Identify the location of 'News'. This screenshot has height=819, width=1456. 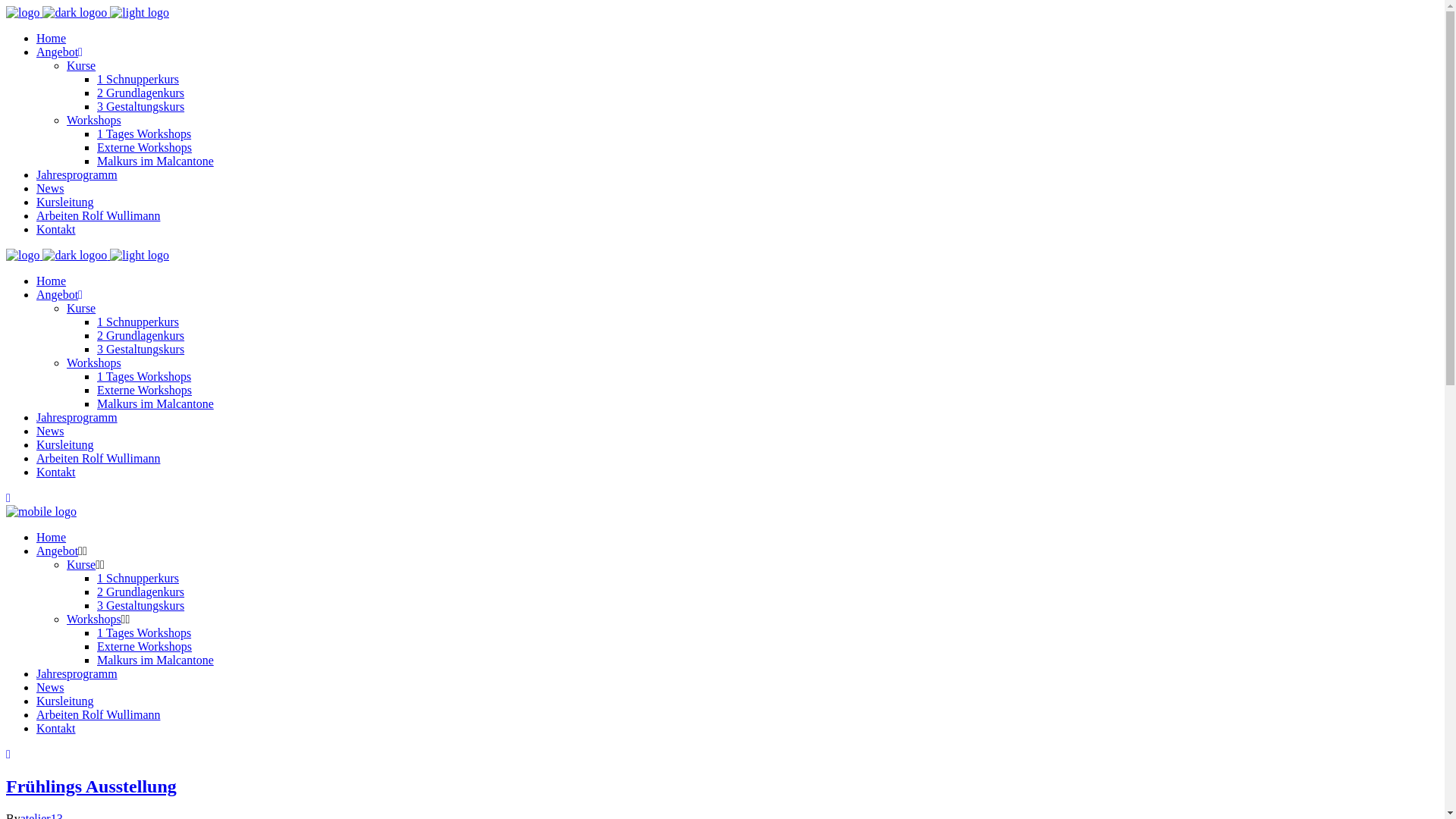
(50, 687).